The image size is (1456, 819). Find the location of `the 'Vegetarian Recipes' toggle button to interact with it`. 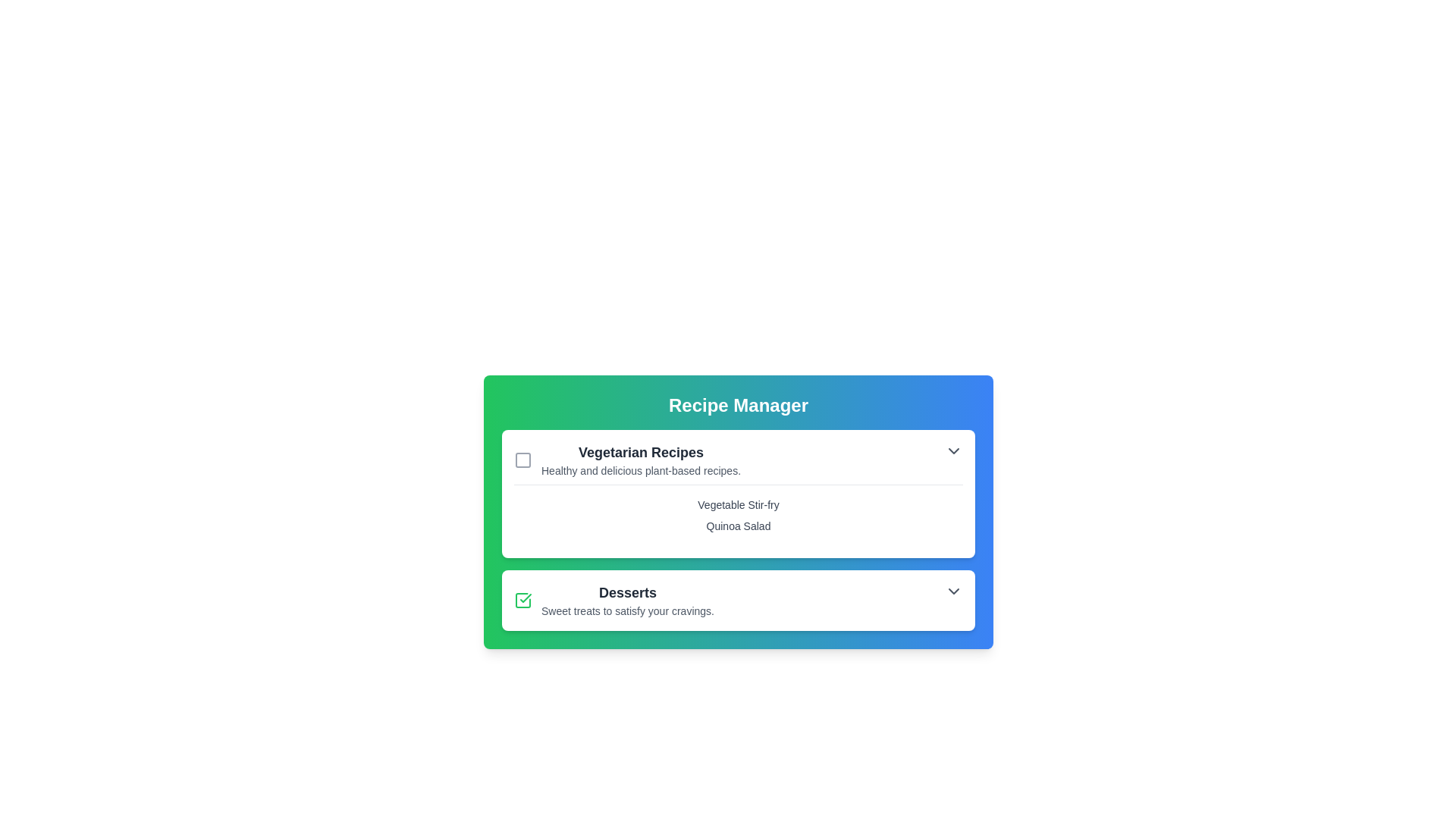

the 'Vegetarian Recipes' toggle button to interact with it is located at coordinates (952, 450).